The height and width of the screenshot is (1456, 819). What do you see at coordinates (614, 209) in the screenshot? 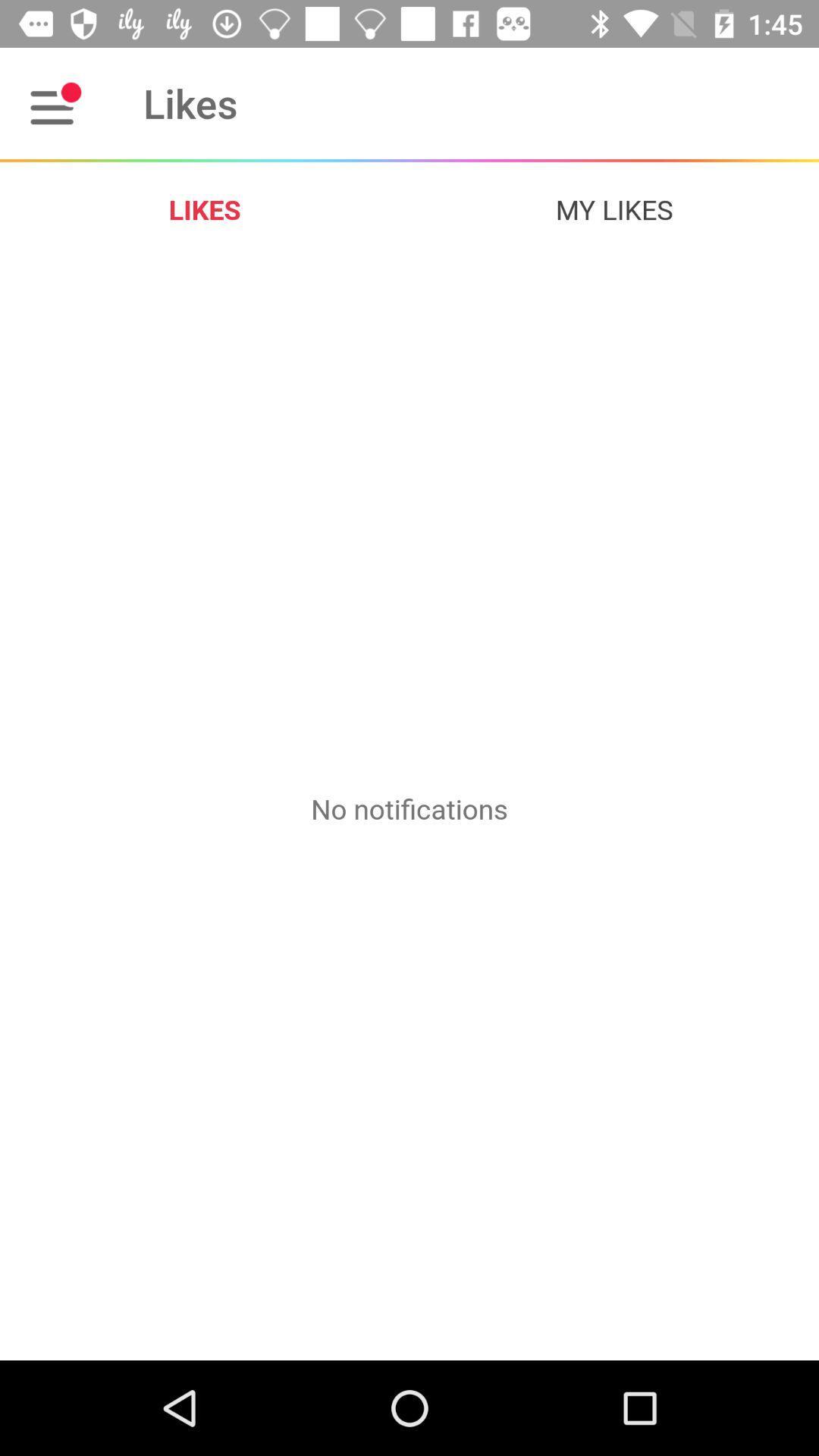
I see `the icon at the top right corner` at bounding box center [614, 209].